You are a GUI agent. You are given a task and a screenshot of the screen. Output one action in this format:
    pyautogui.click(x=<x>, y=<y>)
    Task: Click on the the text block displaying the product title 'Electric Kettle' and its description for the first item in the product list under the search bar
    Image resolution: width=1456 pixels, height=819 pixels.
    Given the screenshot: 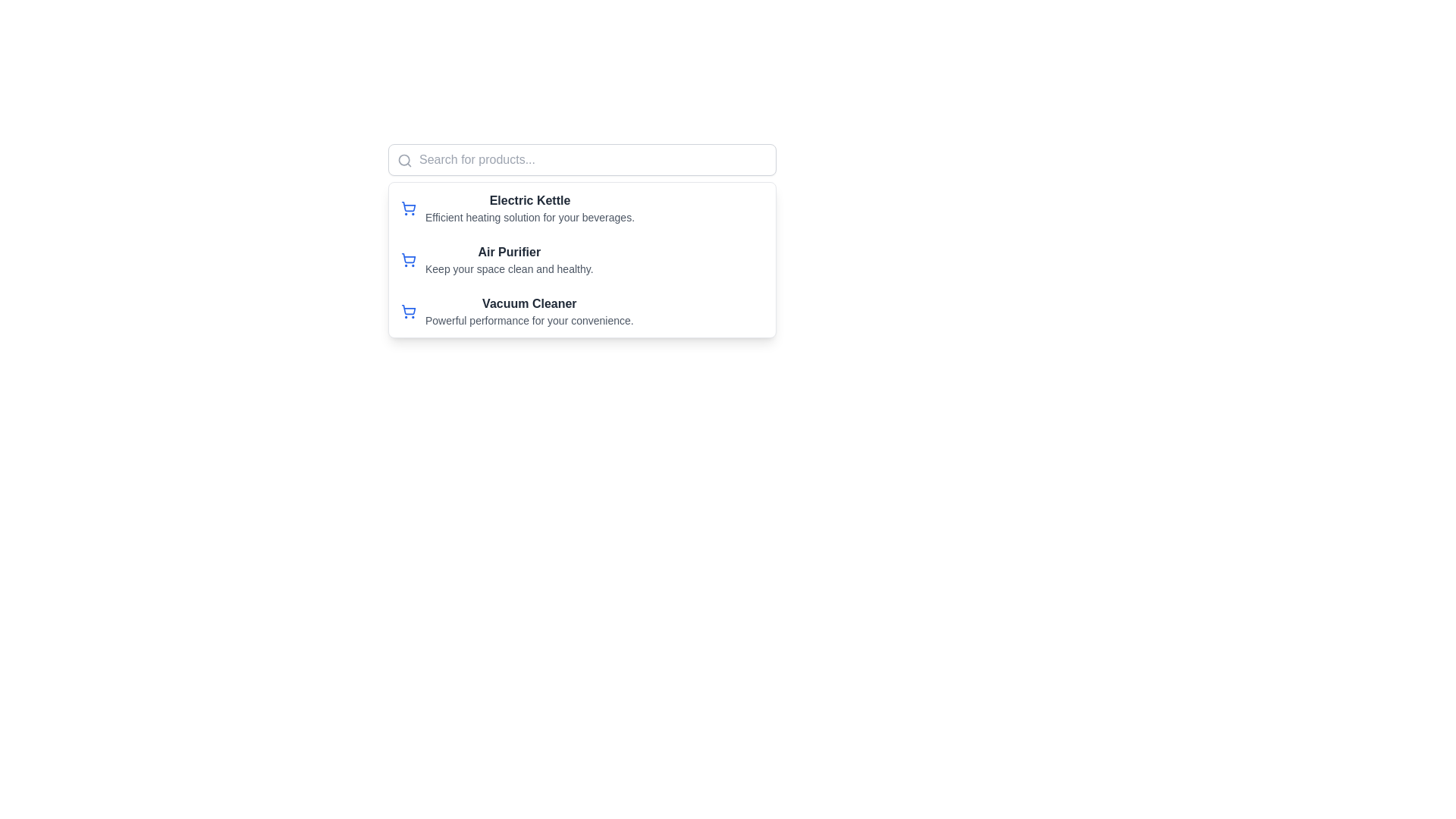 What is the action you would take?
    pyautogui.click(x=530, y=208)
    